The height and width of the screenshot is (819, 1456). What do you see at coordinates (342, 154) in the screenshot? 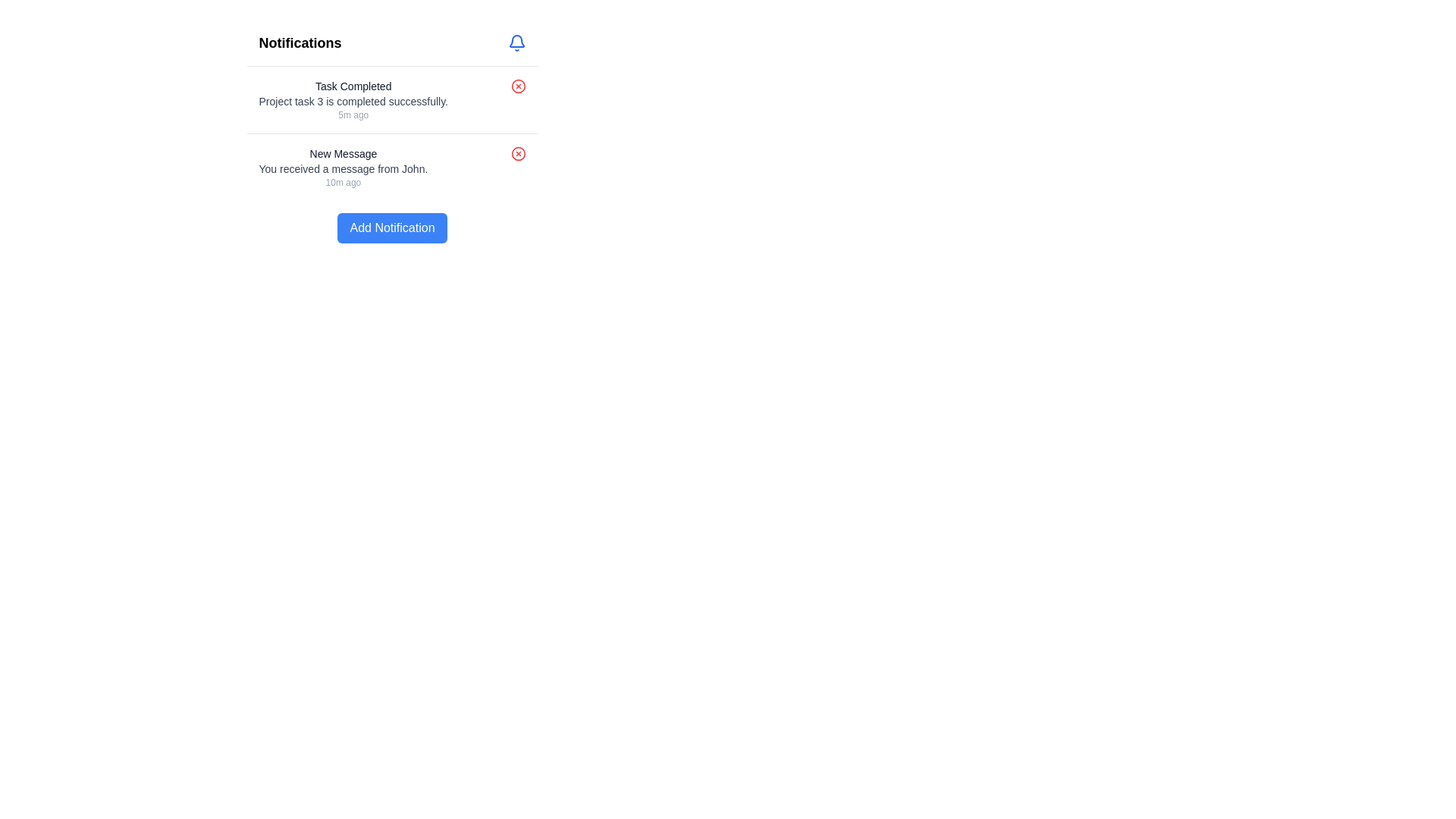
I see `the label that summarizes the notification titled 'New Message' located in the second notification item, positioned above the description 'You received a message from John.'` at bounding box center [342, 154].